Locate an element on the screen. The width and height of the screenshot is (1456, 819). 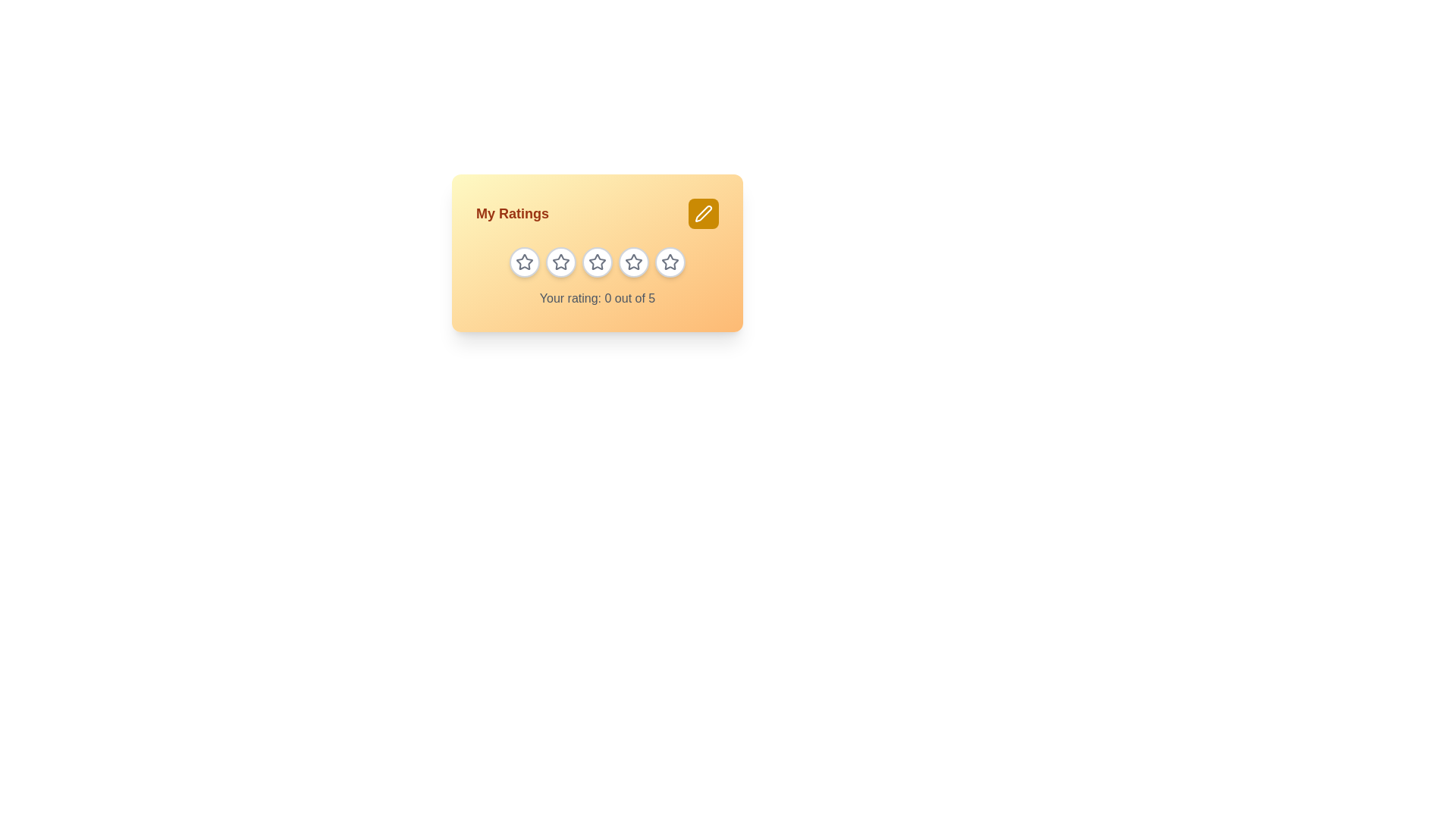
the third star icon within the 'My Ratings' component to rate it is located at coordinates (596, 262).